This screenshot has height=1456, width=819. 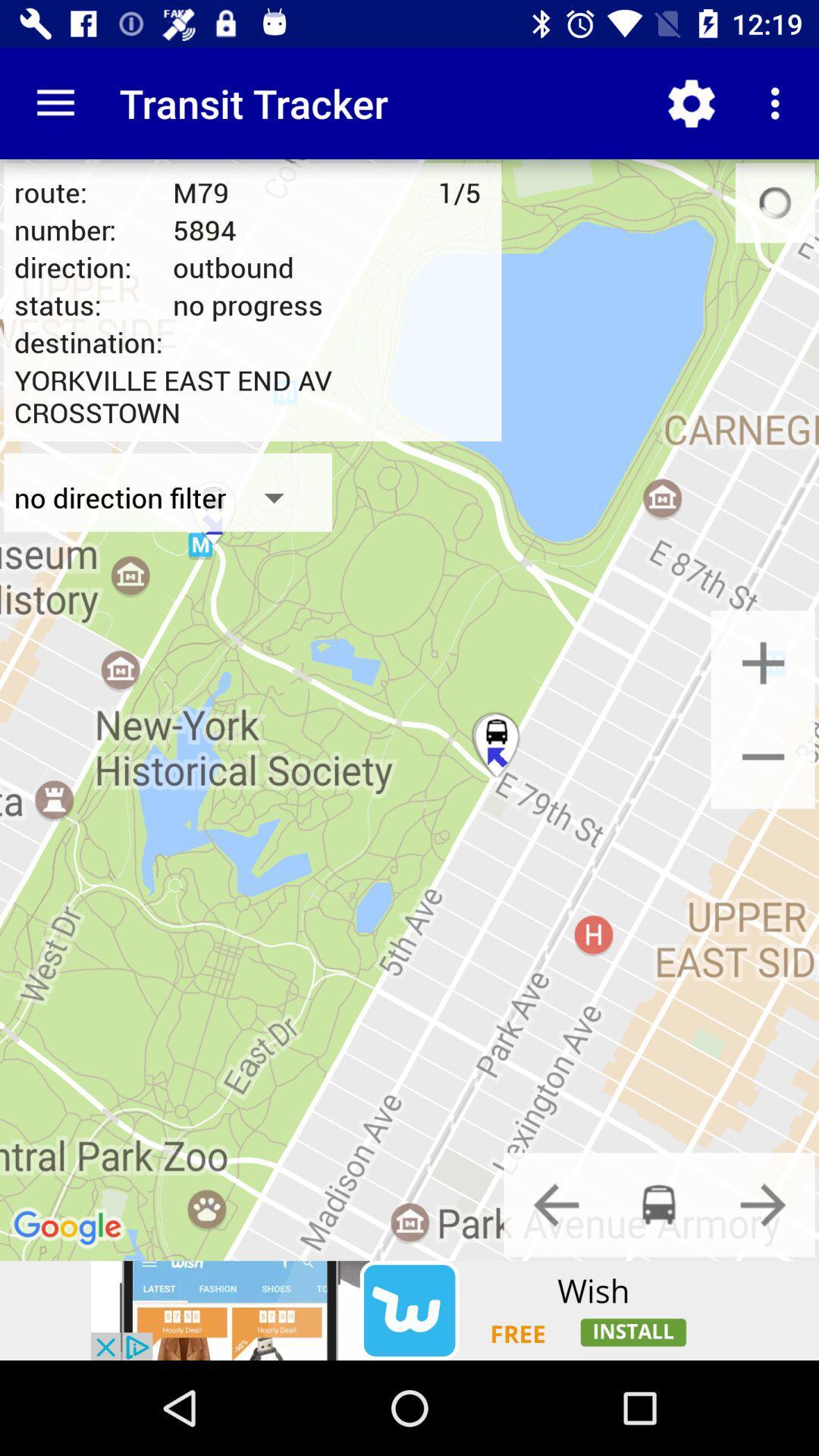 What do you see at coordinates (409, 1310) in the screenshot?
I see `advertisements button` at bounding box center [409, 1310].